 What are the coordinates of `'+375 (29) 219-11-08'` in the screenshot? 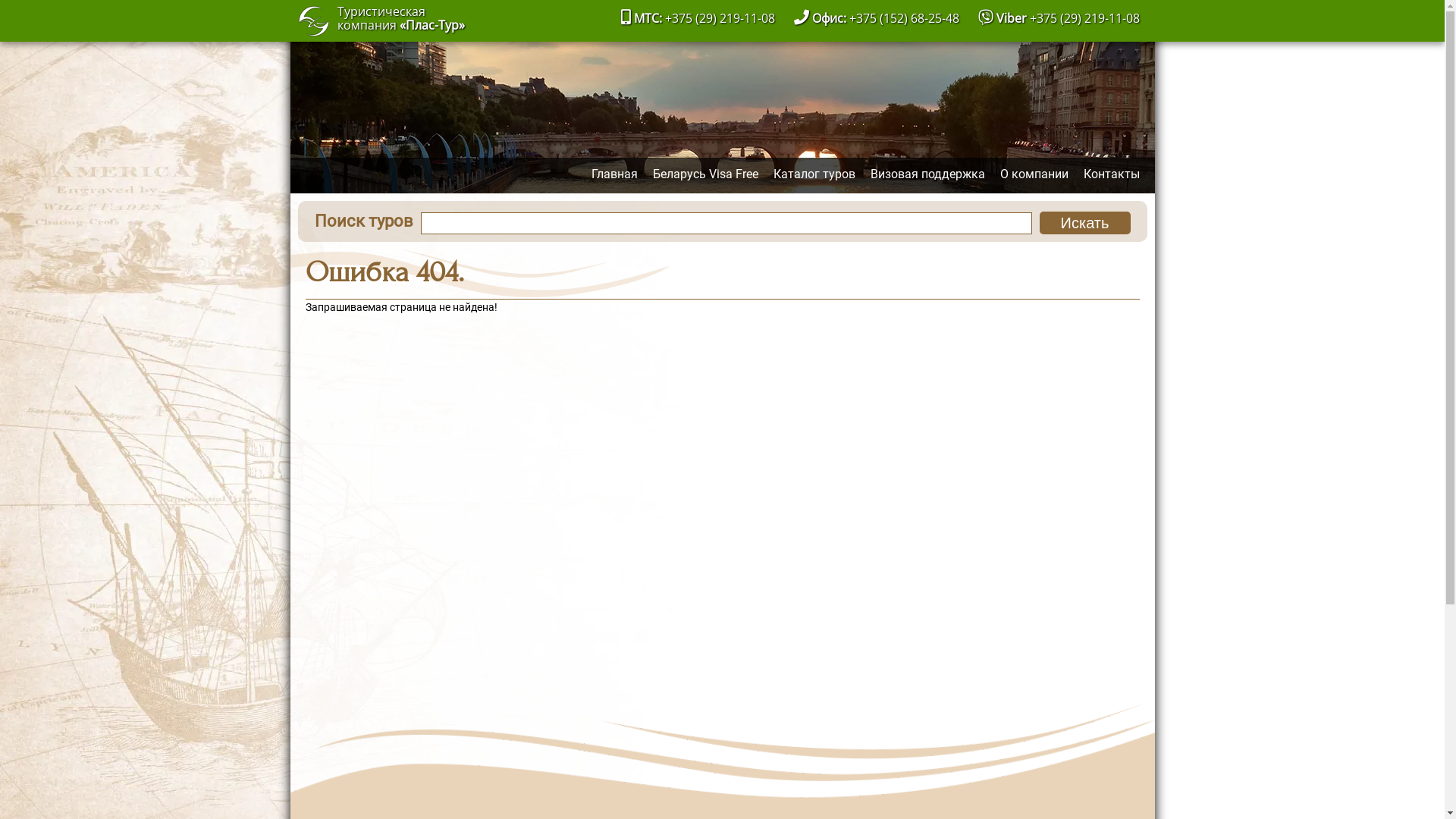 It's located at (1084, 17).